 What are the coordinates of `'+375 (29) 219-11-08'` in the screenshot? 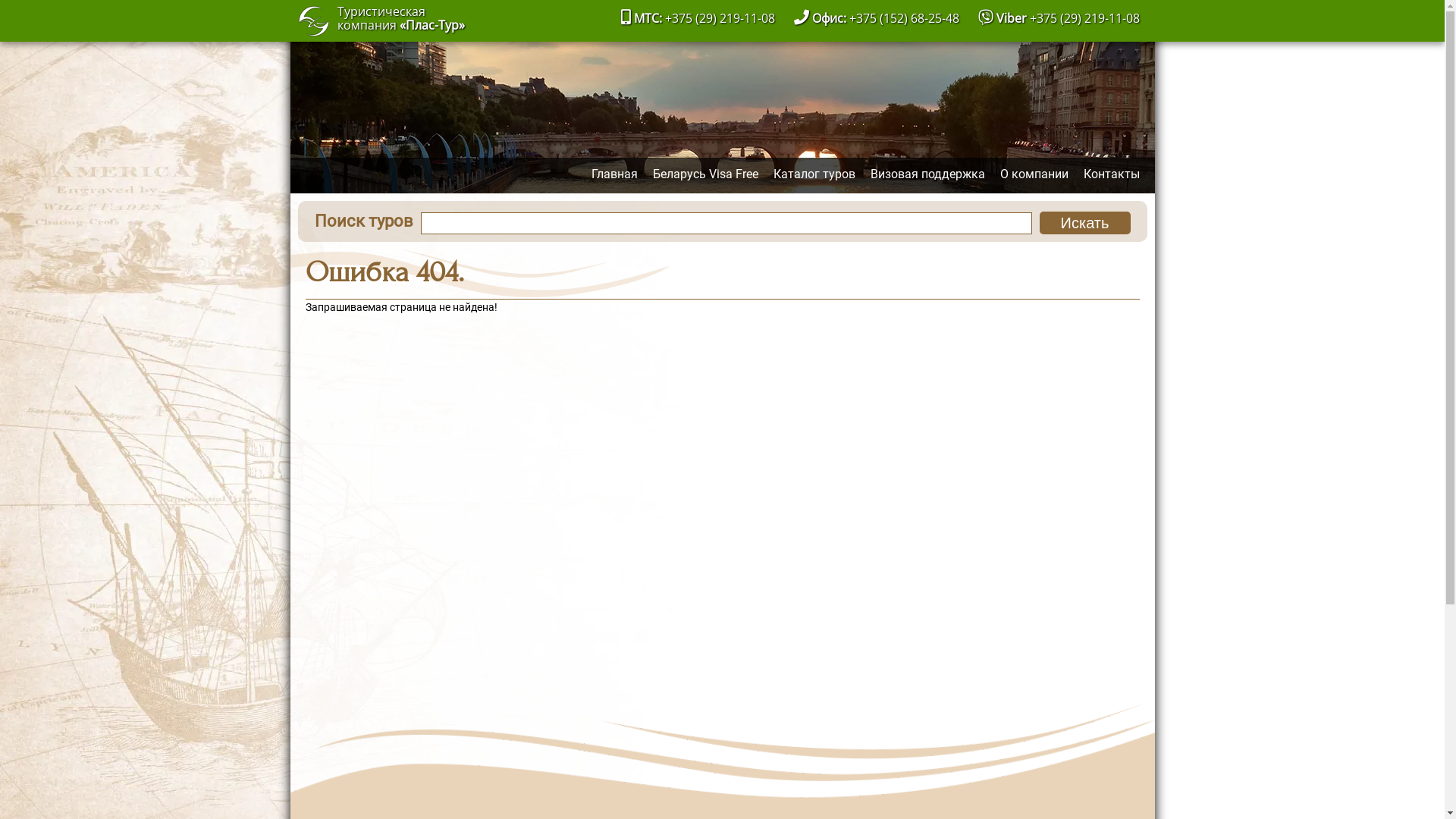 It's located at (1084, 17).